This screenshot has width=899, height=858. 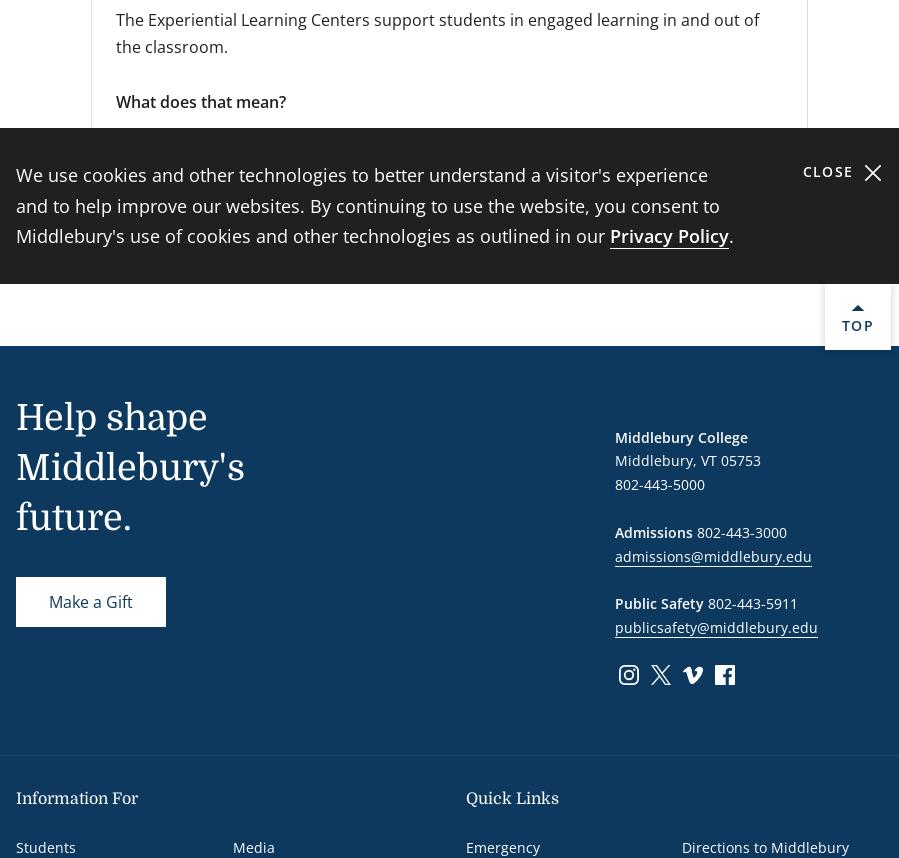 What do you see at coordinates (614, 436) in the screenshot?
I see `'Middlebury College'` at bounding box center [614, 436].